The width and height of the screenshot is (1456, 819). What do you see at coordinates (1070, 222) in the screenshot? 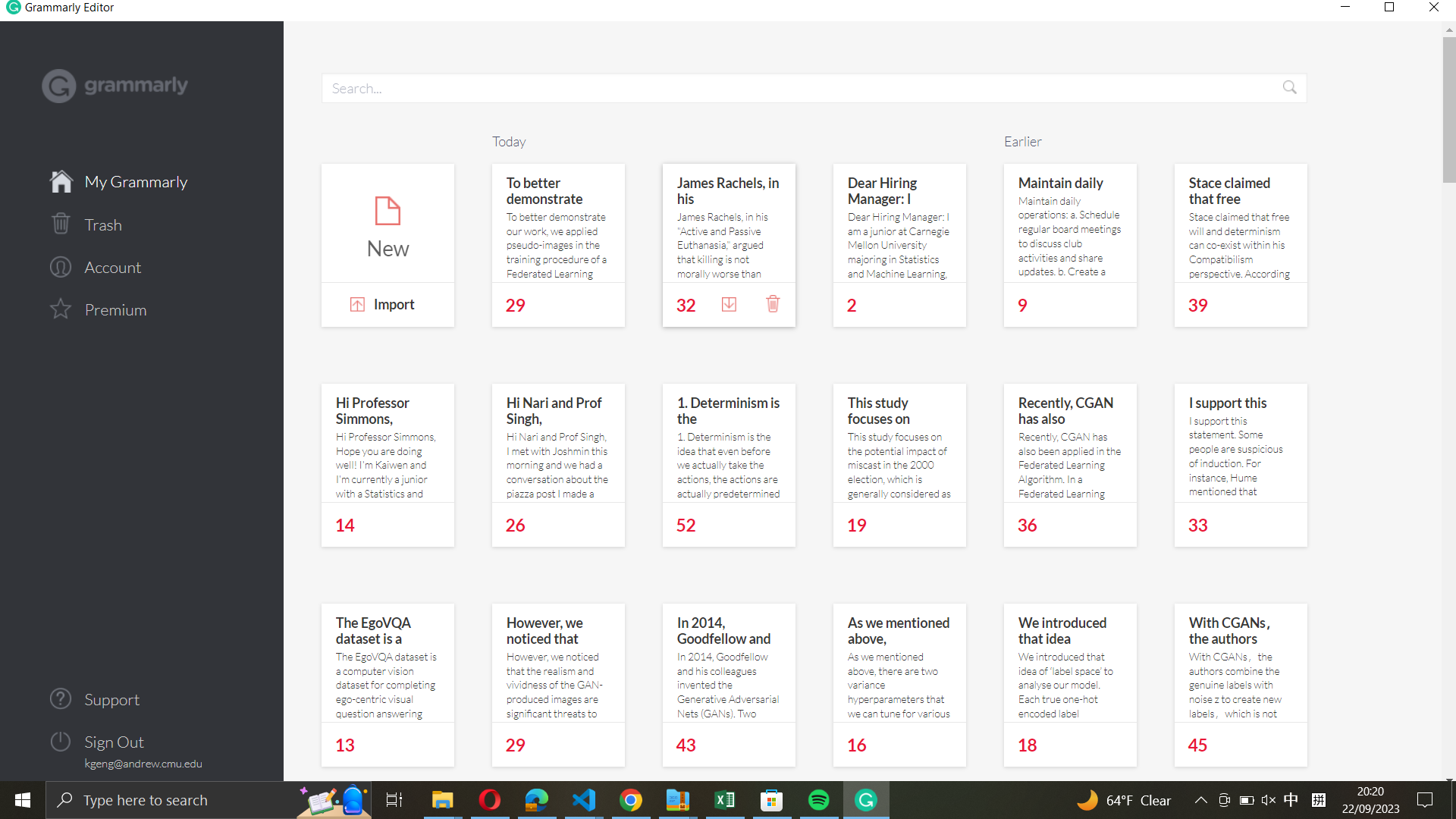
I see `a note for keeping daily records of first note earlier` at bounding box center [1070, 222].